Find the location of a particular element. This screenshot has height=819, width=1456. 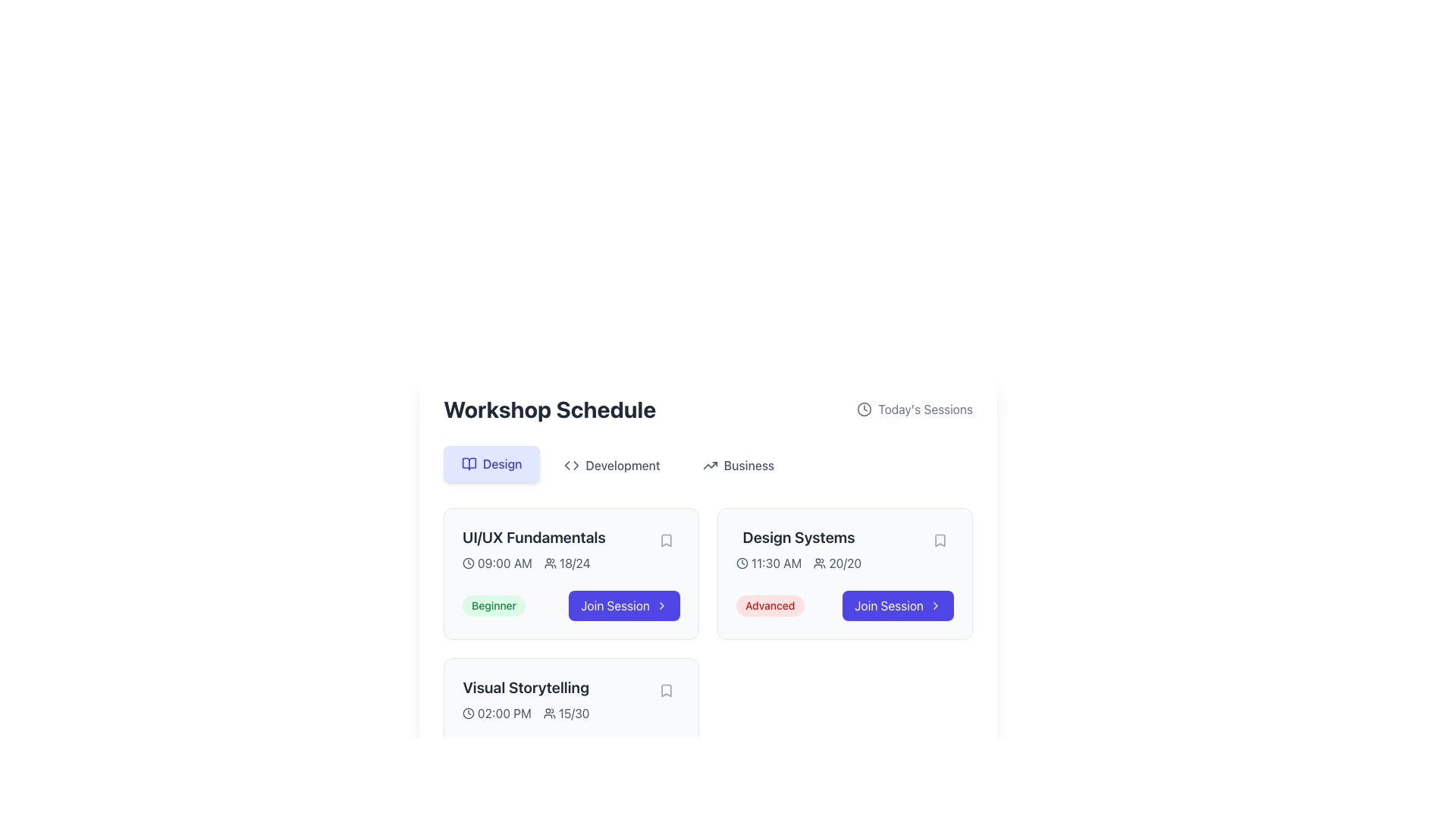

the third clickable card in the 'Workshop Schedule' section is located at coordinates (570, 723).